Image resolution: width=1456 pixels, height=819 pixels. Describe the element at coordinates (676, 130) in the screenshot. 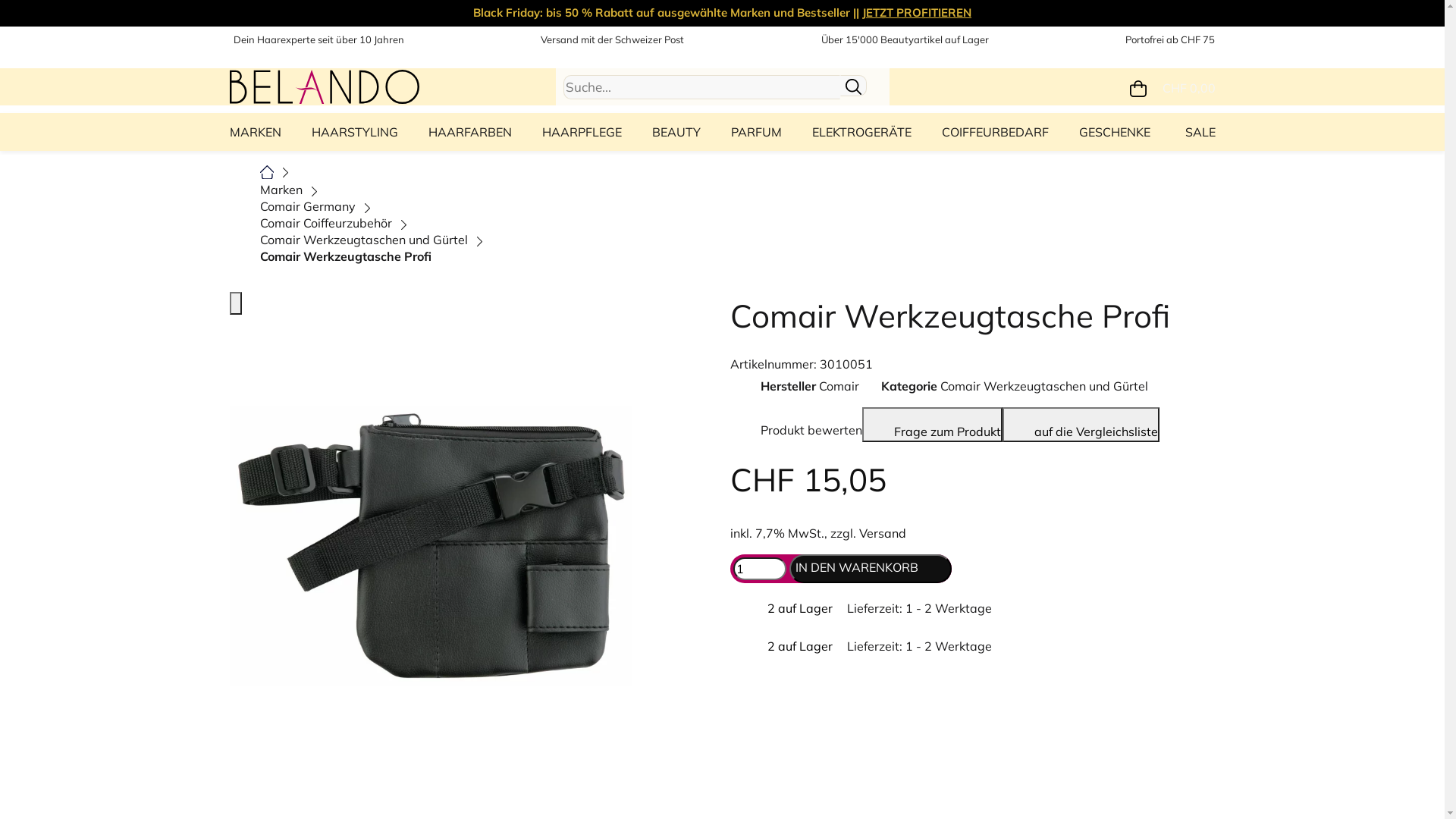

I see `'BEAUTY'` at that location.